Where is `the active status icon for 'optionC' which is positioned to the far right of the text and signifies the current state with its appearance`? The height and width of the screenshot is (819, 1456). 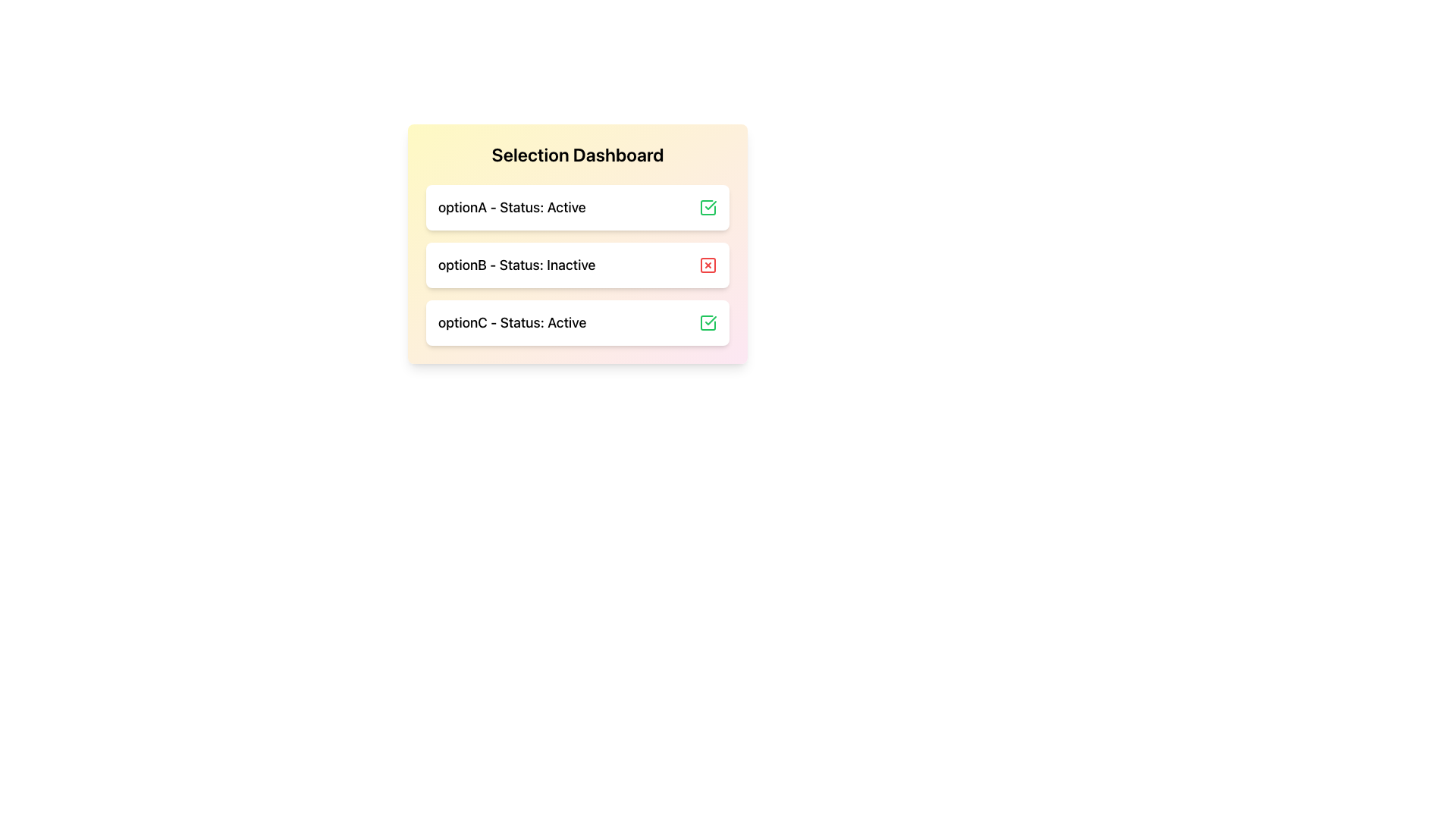 the active status icon for 'optionC' which is positioned to the far right of the text and signifies the current state with its appearance is located at coordinates (708, 322).